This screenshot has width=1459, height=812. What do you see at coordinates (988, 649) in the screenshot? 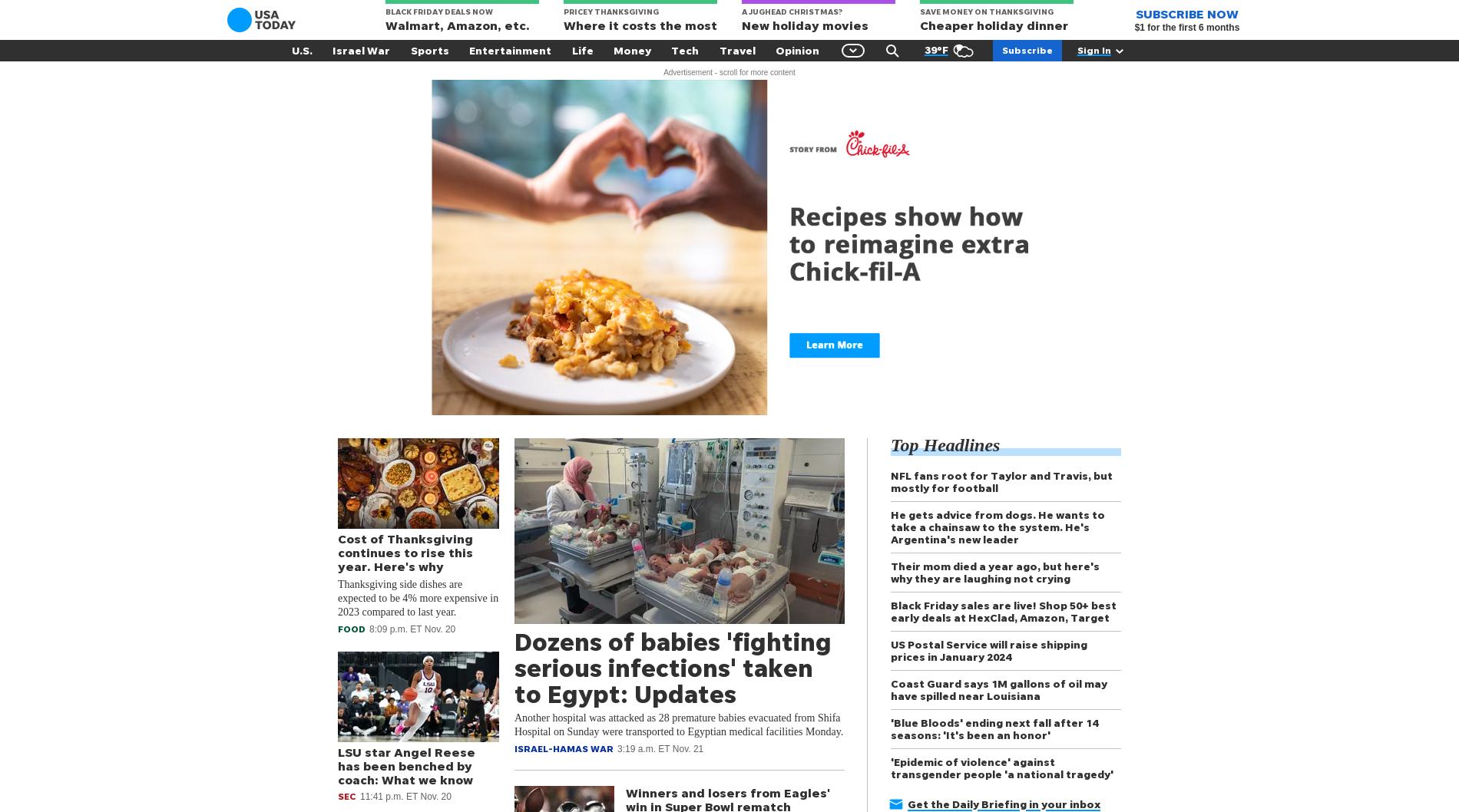
I see `'US Postal Service will raise shipping prices in January 2024'` at bounding box center [988, 649].